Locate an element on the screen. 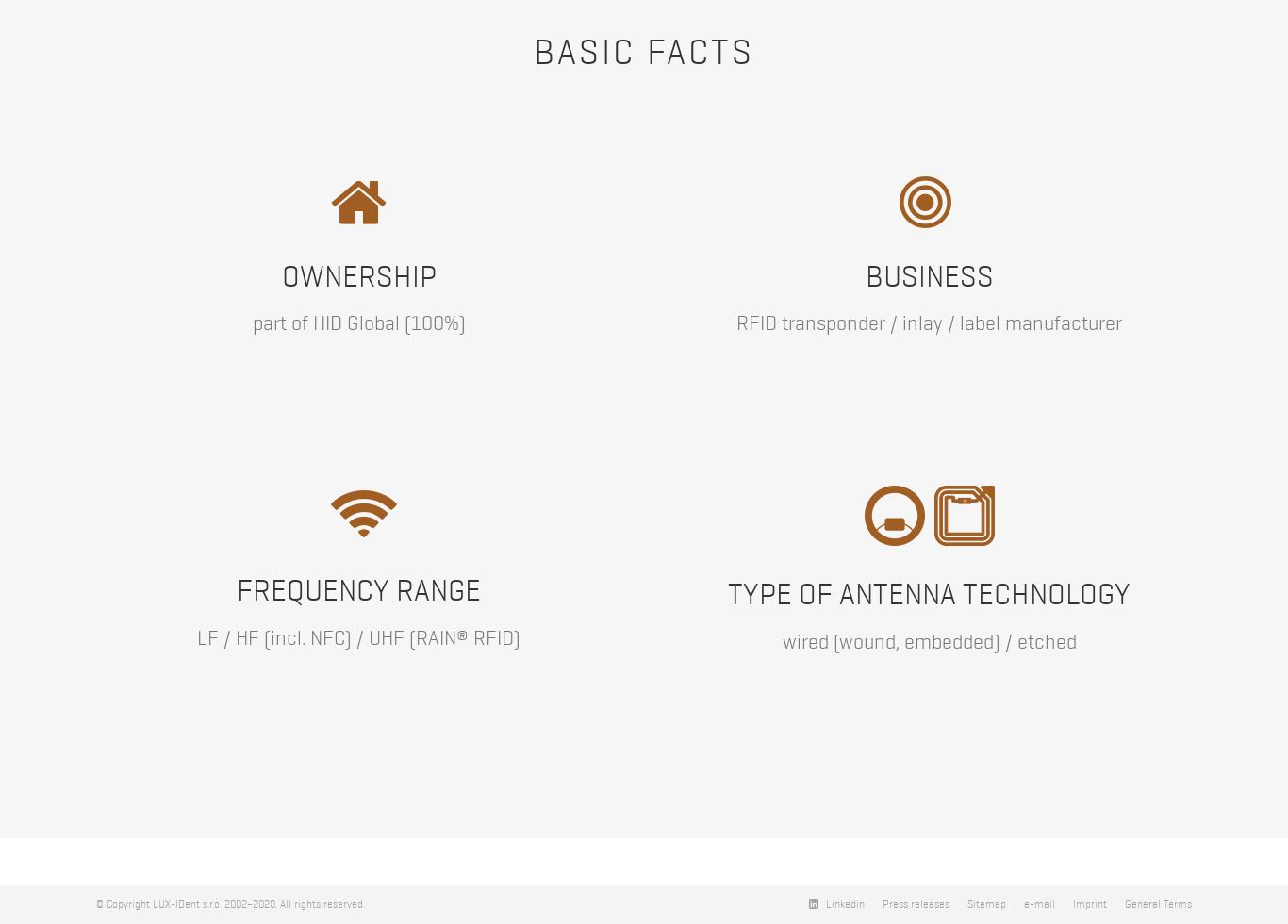  'part of HID Global (100%)' is located at coordinates (357, 322).